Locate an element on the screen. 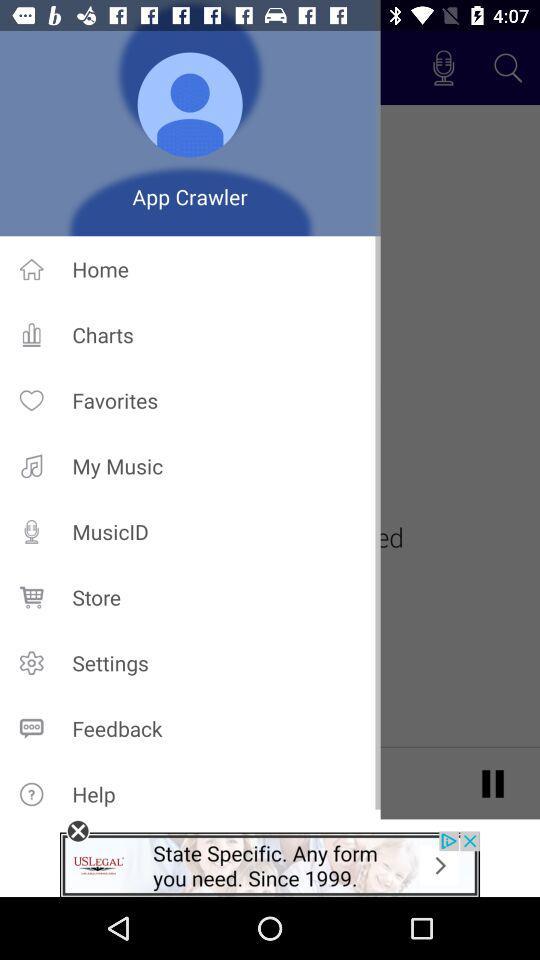 The width and height of the screenshot is (540, 960). the close icon is located at coordinates (77, 831).